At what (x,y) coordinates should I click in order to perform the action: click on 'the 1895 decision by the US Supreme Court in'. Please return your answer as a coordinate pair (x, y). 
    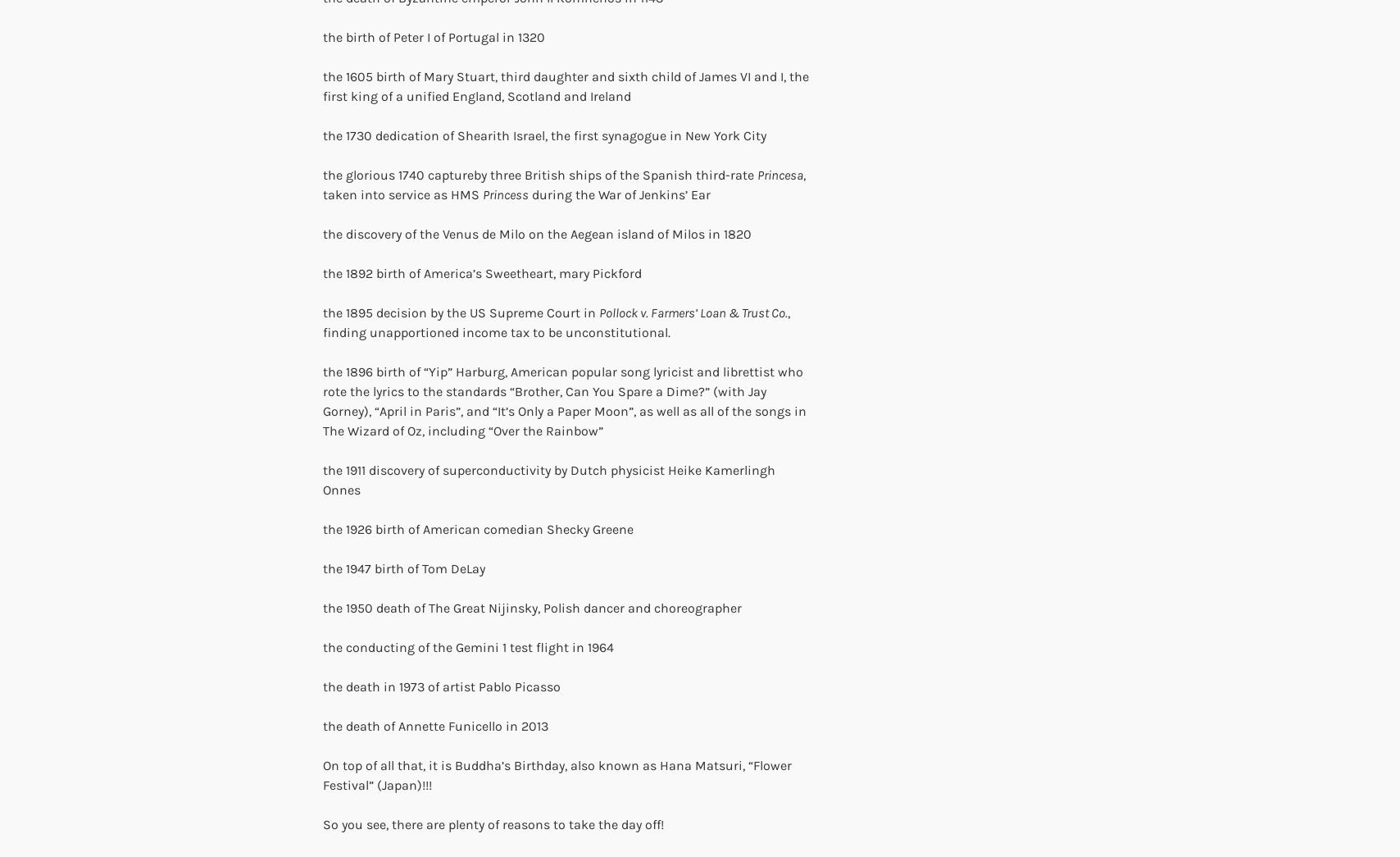
    Looking at the image, I should click on (461, 312).